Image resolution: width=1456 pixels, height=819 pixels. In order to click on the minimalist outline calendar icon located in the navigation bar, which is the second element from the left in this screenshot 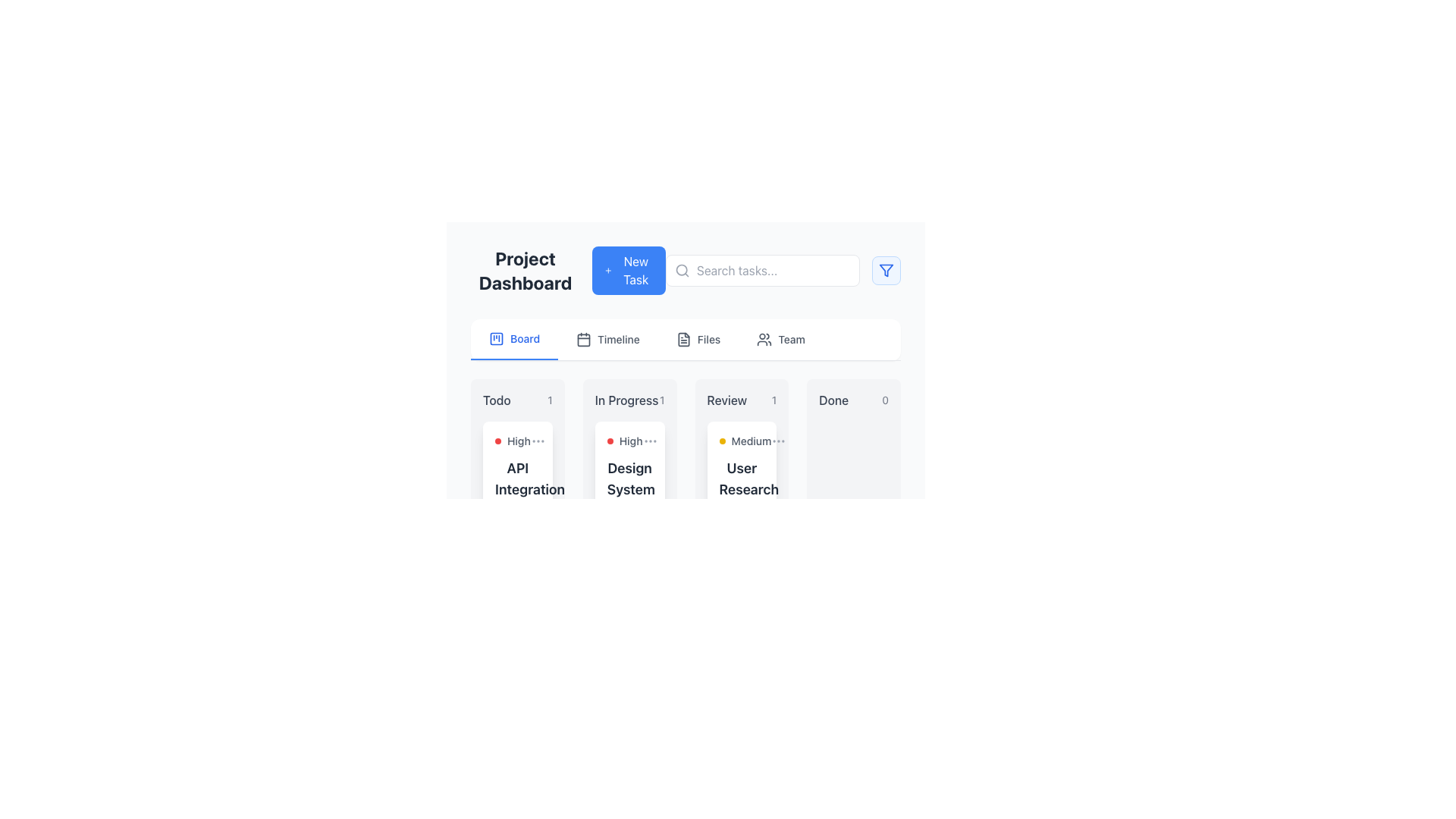, I will do `click(583, 338)`.